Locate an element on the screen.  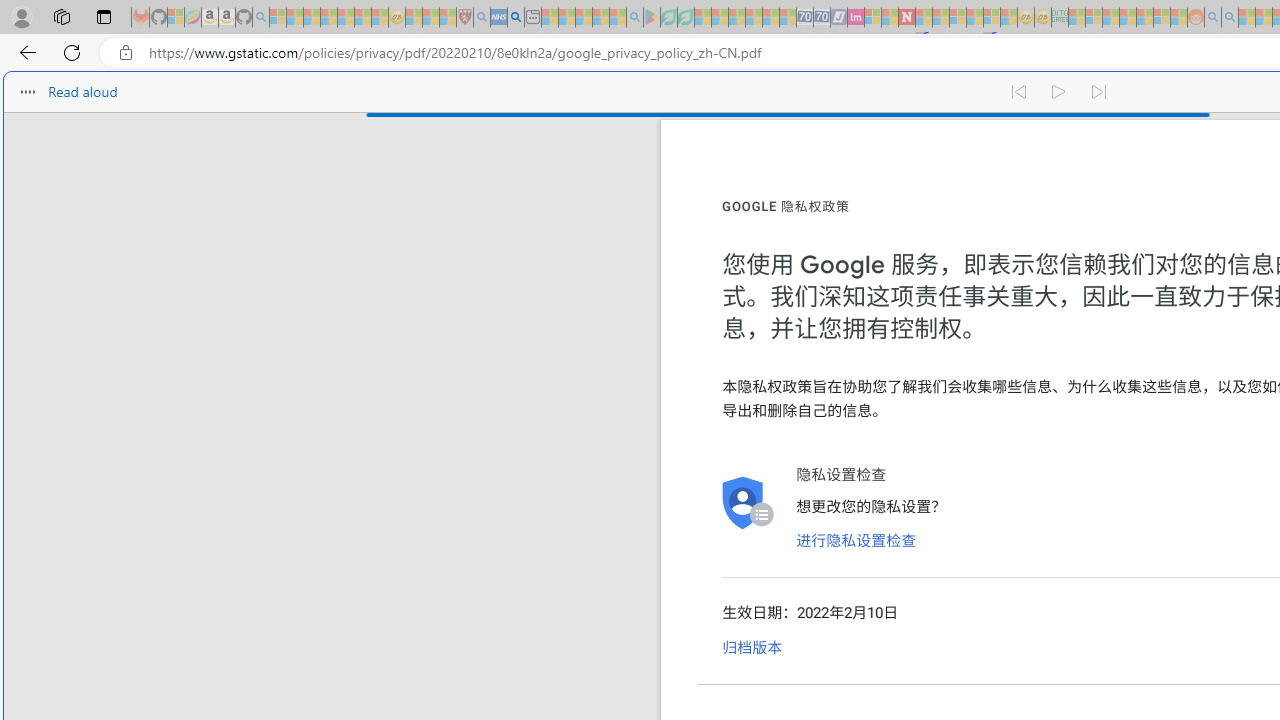
'Continue to read aloud (Ctrl+Shift+U)' is located at coordinates (1058, 86).